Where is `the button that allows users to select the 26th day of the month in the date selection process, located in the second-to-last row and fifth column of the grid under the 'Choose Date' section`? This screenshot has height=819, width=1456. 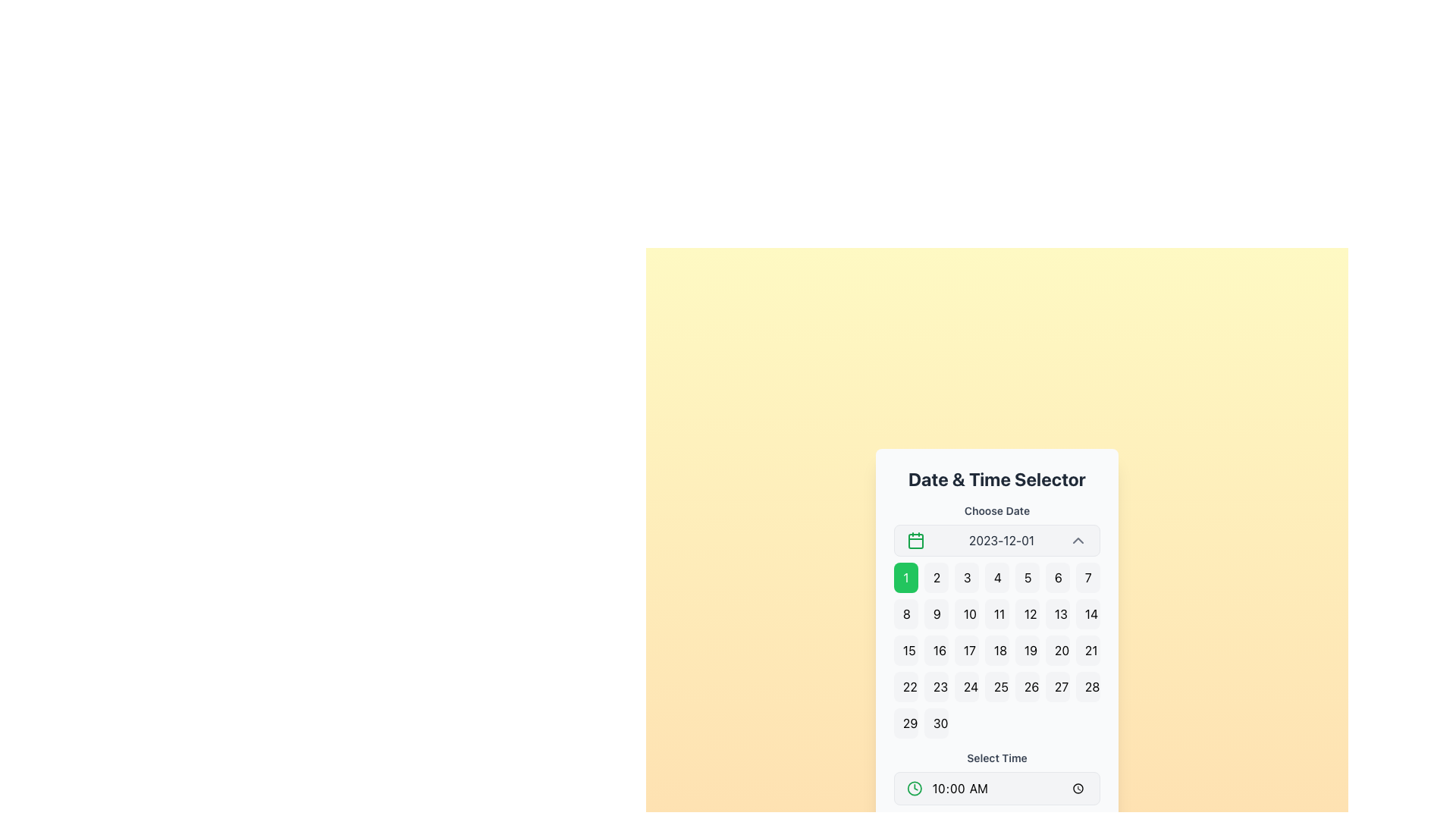 the button that allows users to select the 26th day of the month in the date selection process, located in the second-to-last row and fifth column of the grid under the 'Choose Date' section is located at coordinates (1027, 687).